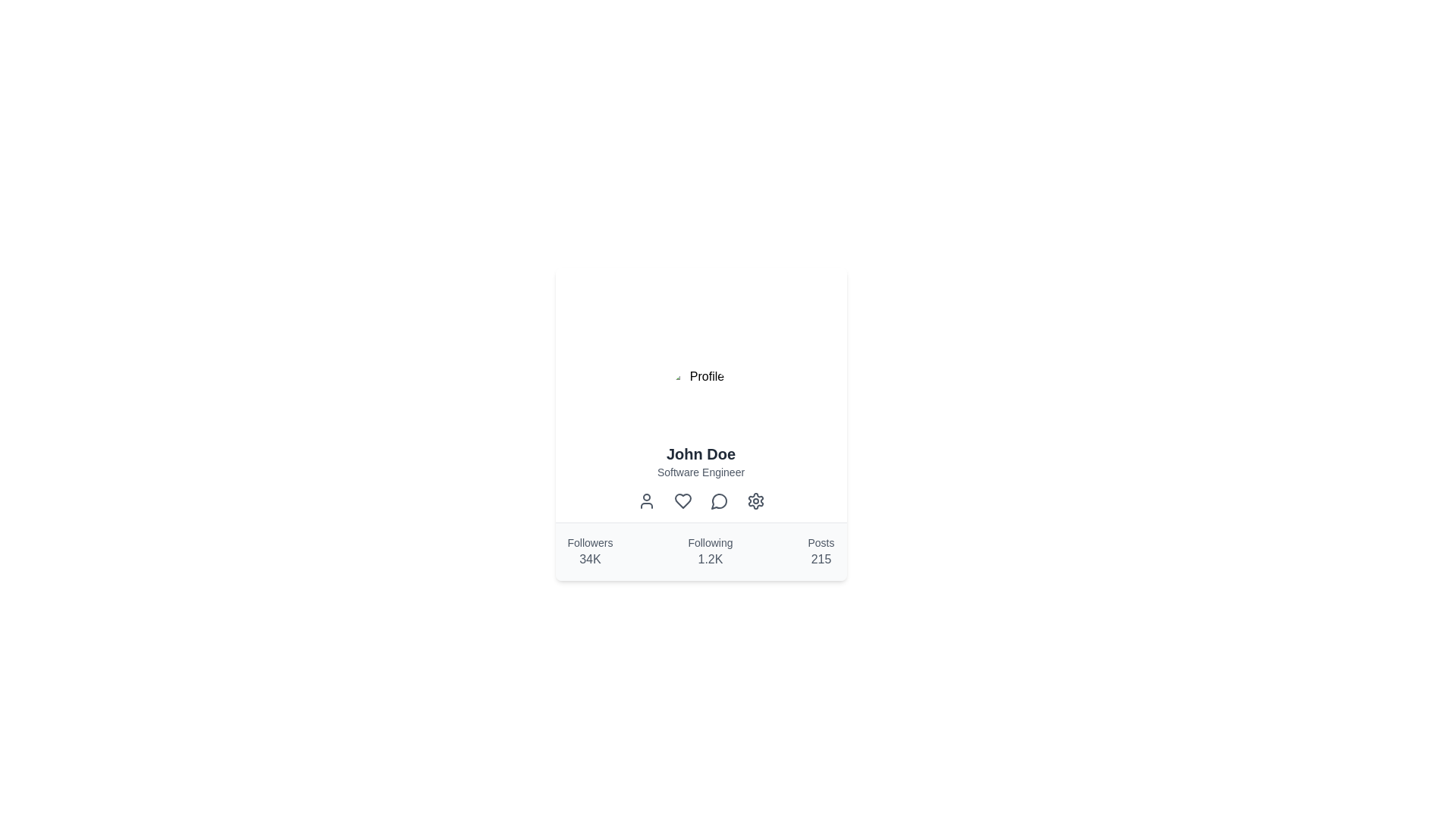  What do you see at coordinates (682, 500) in the screenshot?
I see `the heart-shaped icon with a hollow center, which is the second icon from the left in the horizontal series of interactive icons at the bottom section of the interface` at bounding box center [682, 500].